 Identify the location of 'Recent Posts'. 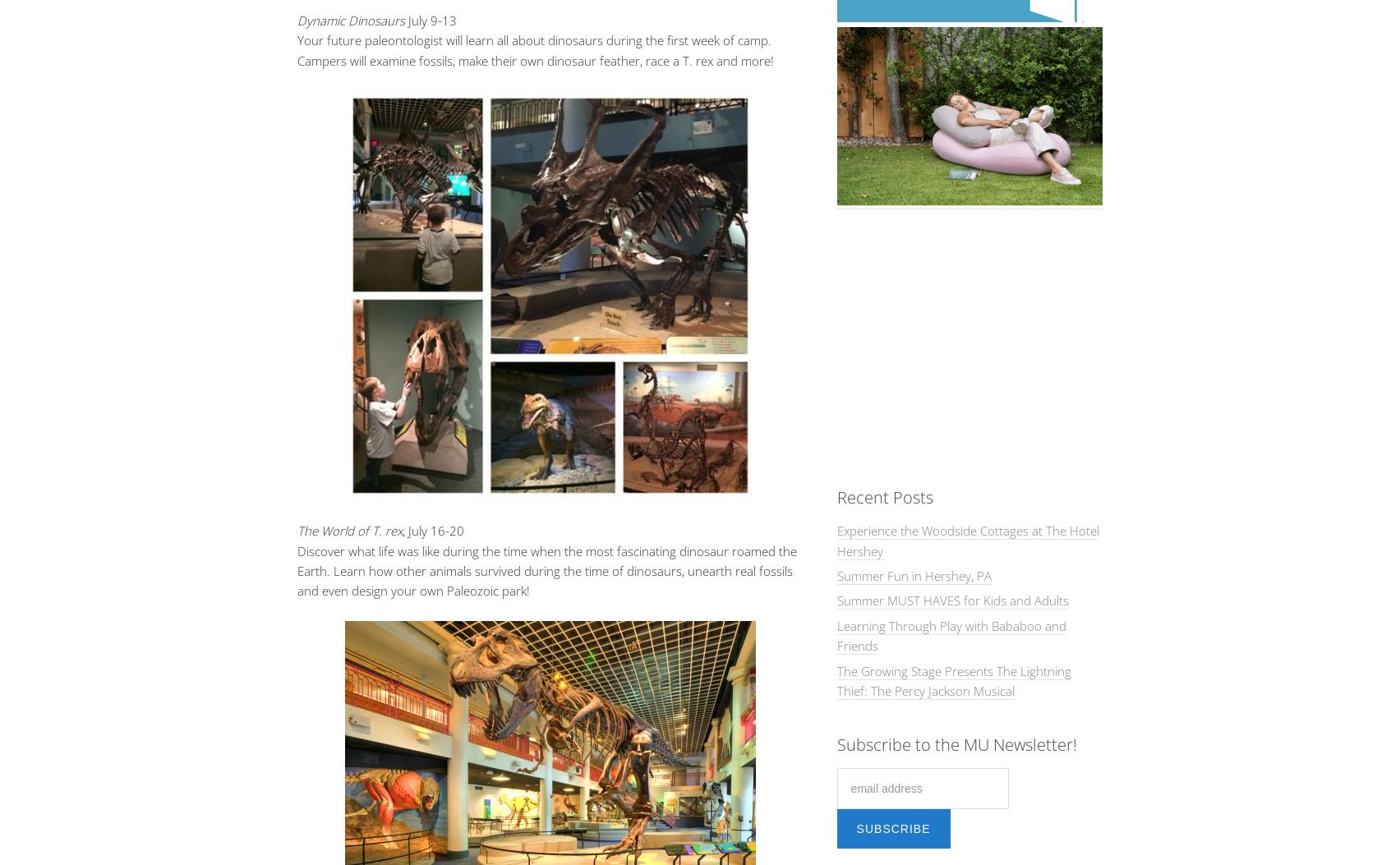
(883, 497).